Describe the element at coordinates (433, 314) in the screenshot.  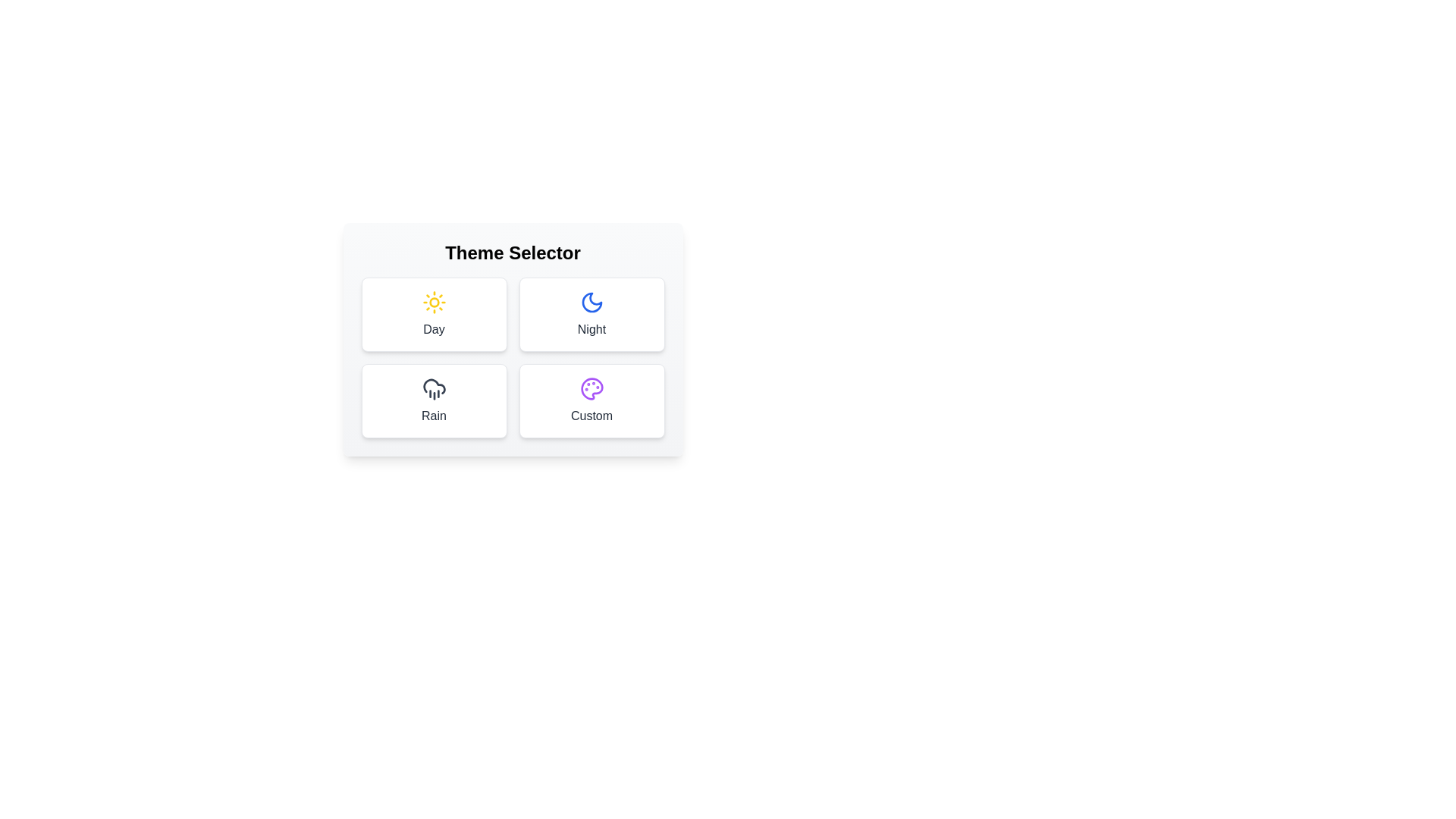
I see `the button corresponding to the Day theme to select it` at that location.